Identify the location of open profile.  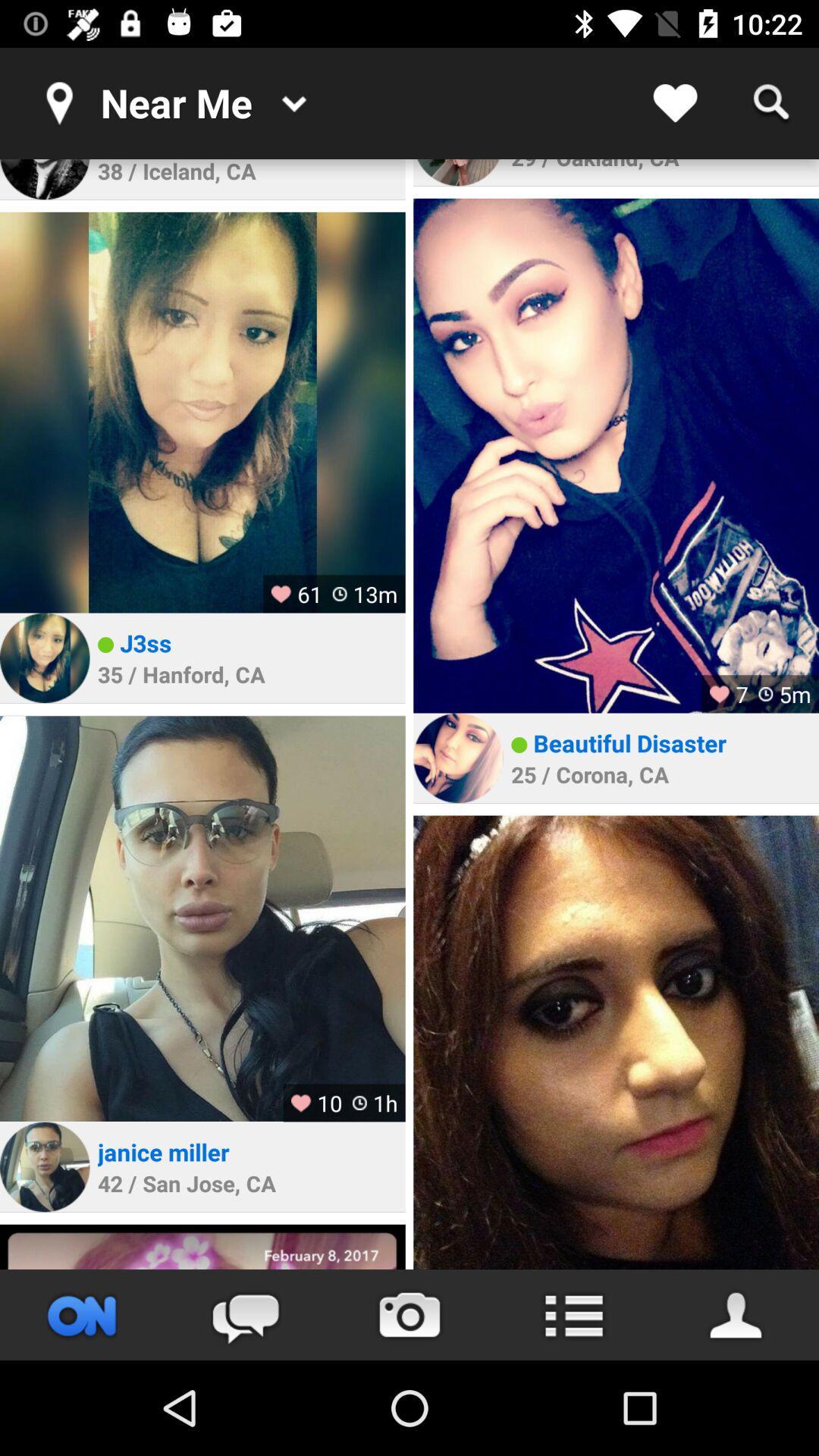
(736, 1314).